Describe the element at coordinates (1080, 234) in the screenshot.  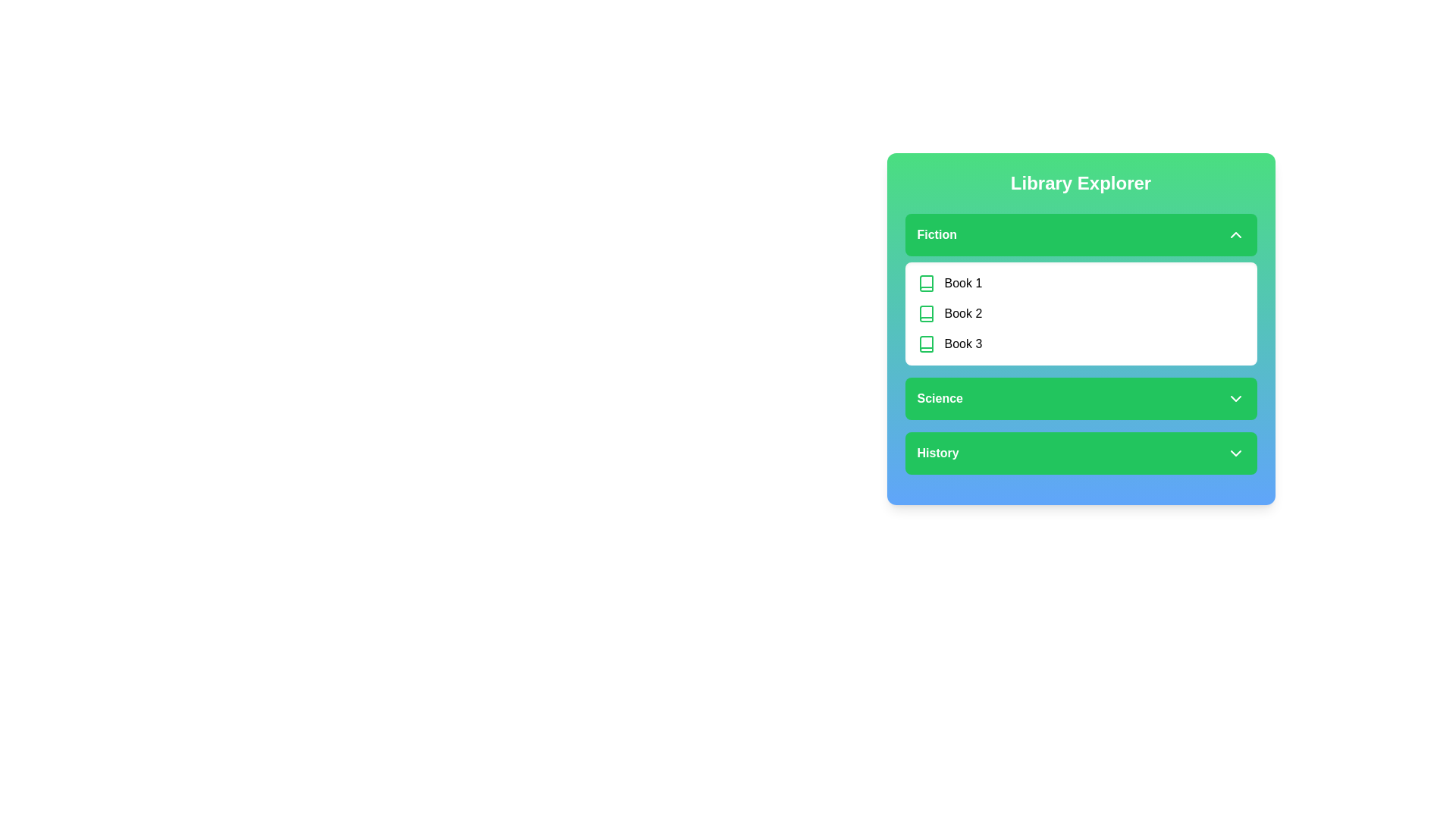
I see `the toggle button of the section labeled Fiction to expand or collapse it` at that location.